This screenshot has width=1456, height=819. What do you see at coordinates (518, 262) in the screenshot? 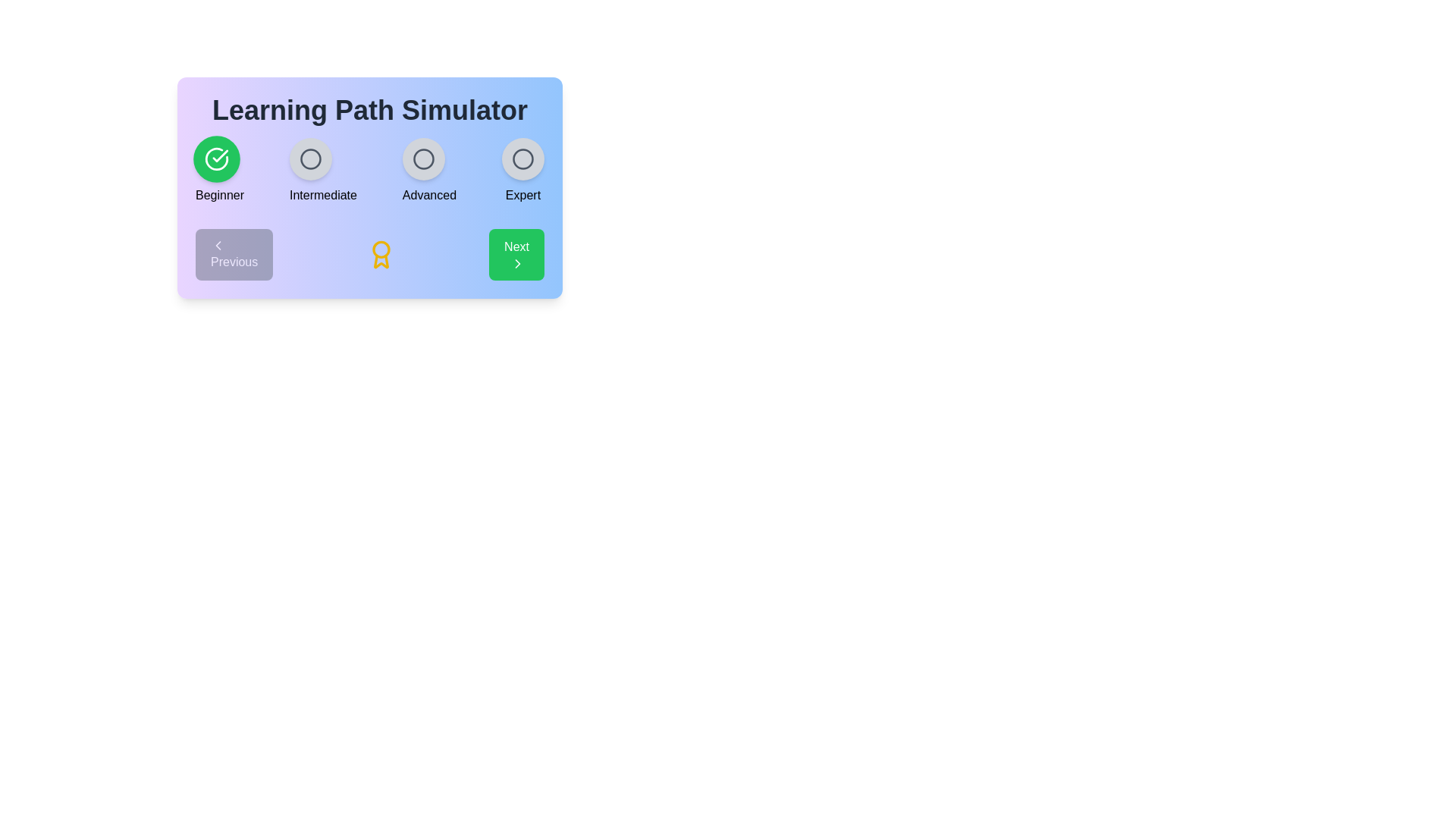
I see `the chevron icon pointing to the right inside the green 'Next' button, which serves as a forward navigation control` at bounding box center [518, 262].